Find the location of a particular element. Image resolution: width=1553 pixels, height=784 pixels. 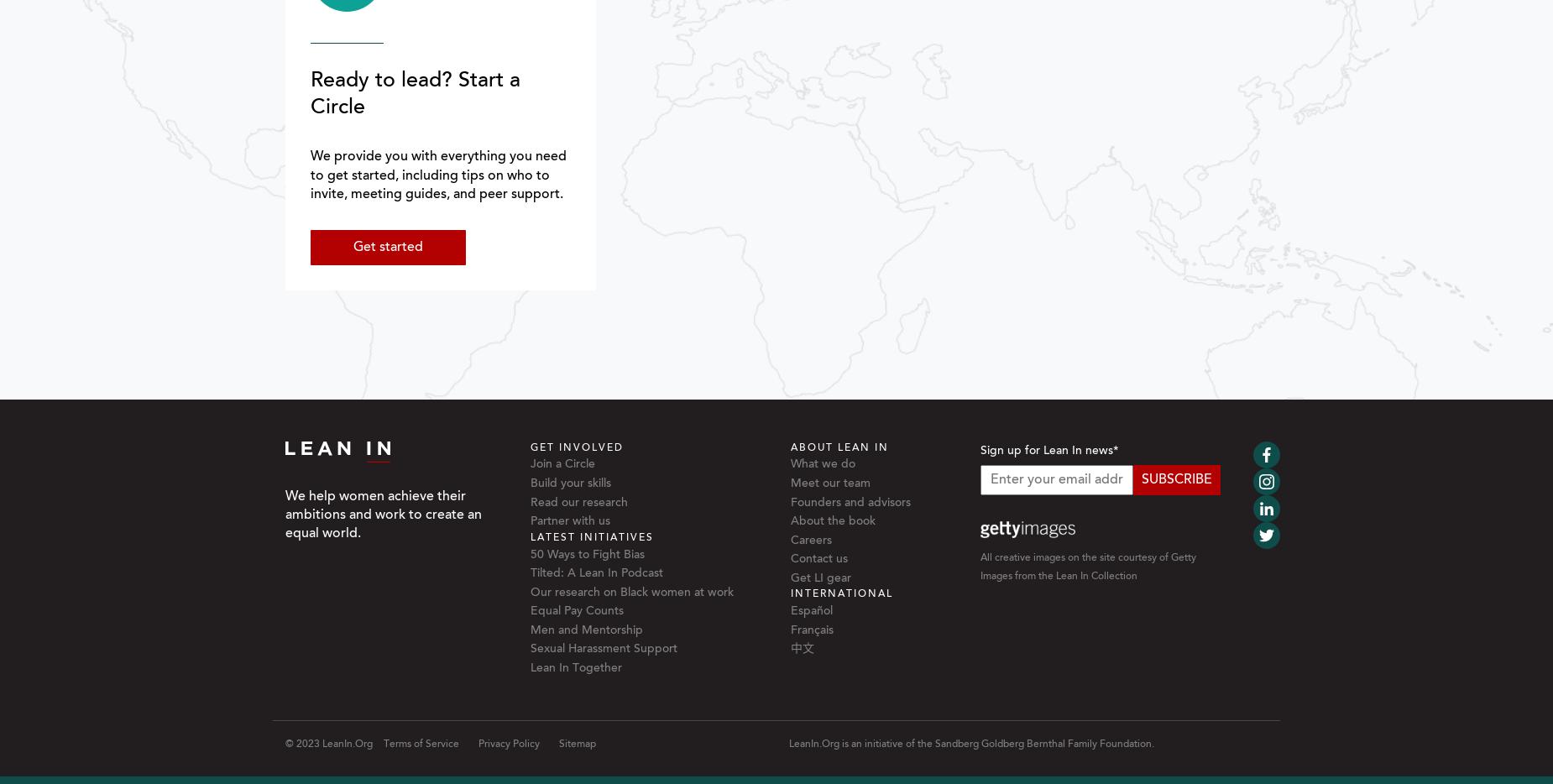

'Sitemap' is located at coordinates (559, 742).